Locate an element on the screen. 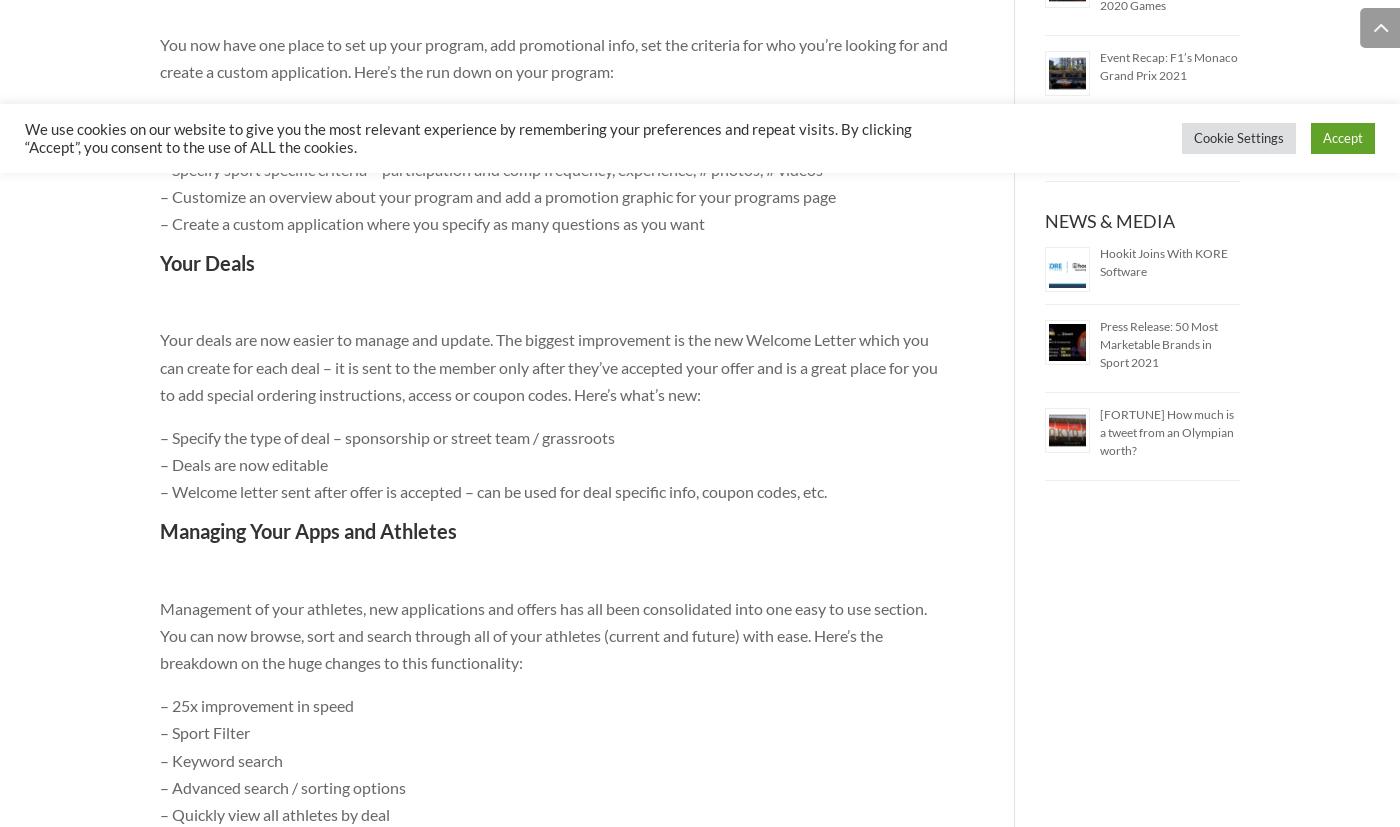 The height and width of the screenshot is (827, 1400). 'Press Release: 50 Most Marketable Brands in Sport 2021' is located at coordinates (1157, 344).